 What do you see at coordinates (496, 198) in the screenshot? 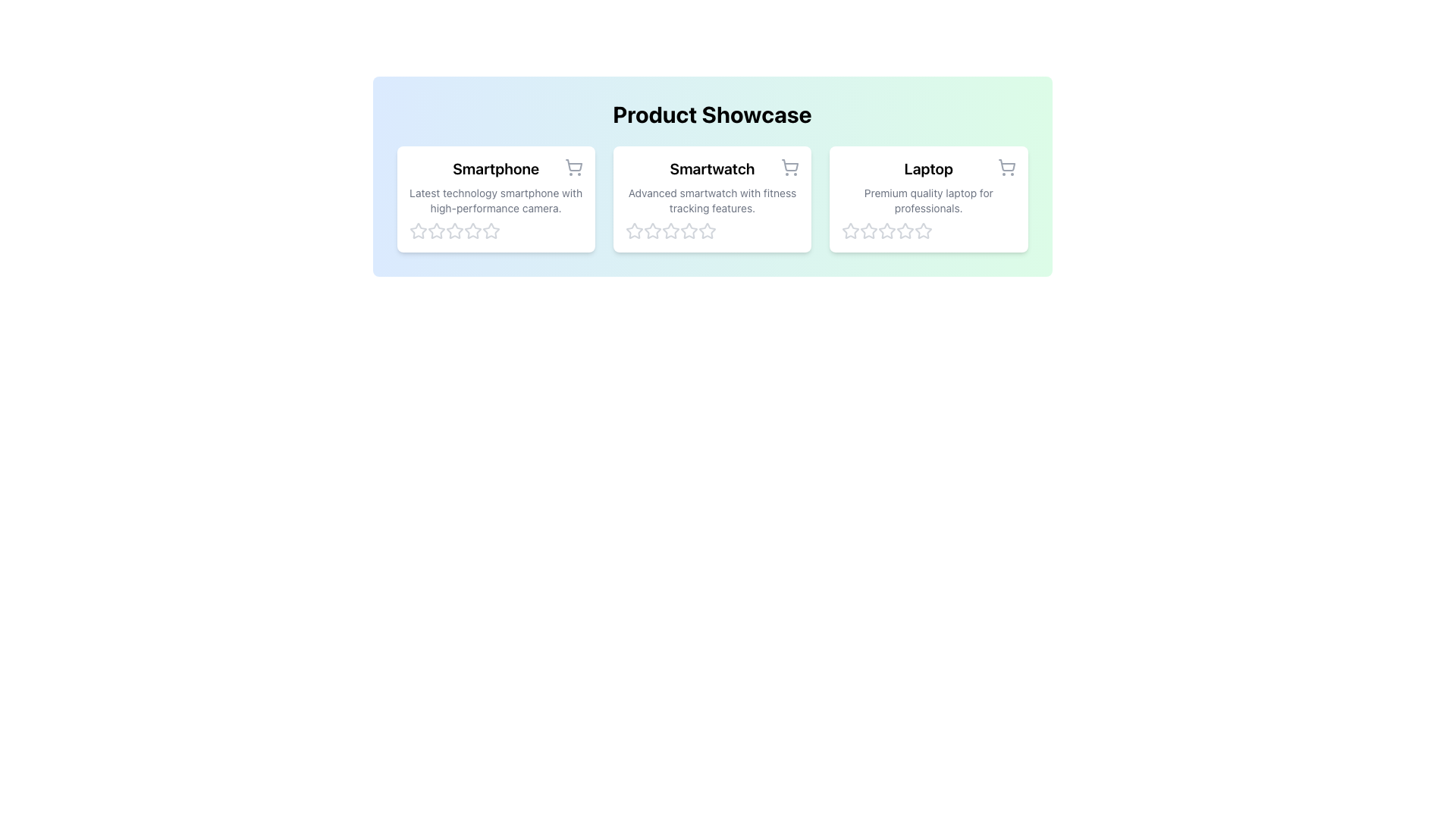
I see `the individual stars in the rating section of the first smartphone informational card located below the 'Product Showcase' title` at bounding box center [496, 198].